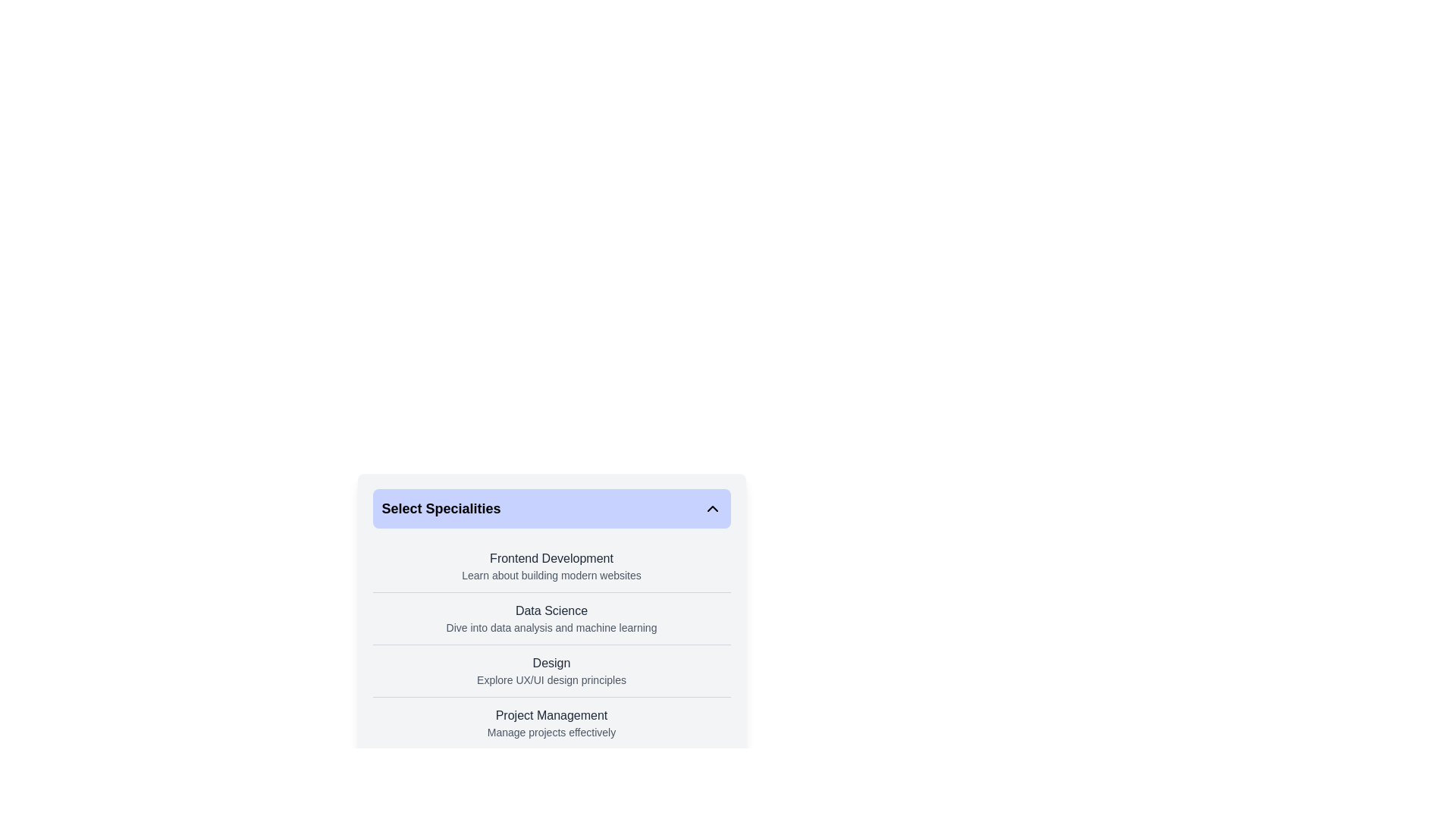 The height and width of the screenshot is (819, 1456). What do you see at coordinates (441, 509) in the screenshot?
I see `the label that indicates the purpose of the dropdown or selection box for specialities, which is located on the left side of a purple bar, with a downward-pointing chevron icon to its right` at bounding box center [441, 509].